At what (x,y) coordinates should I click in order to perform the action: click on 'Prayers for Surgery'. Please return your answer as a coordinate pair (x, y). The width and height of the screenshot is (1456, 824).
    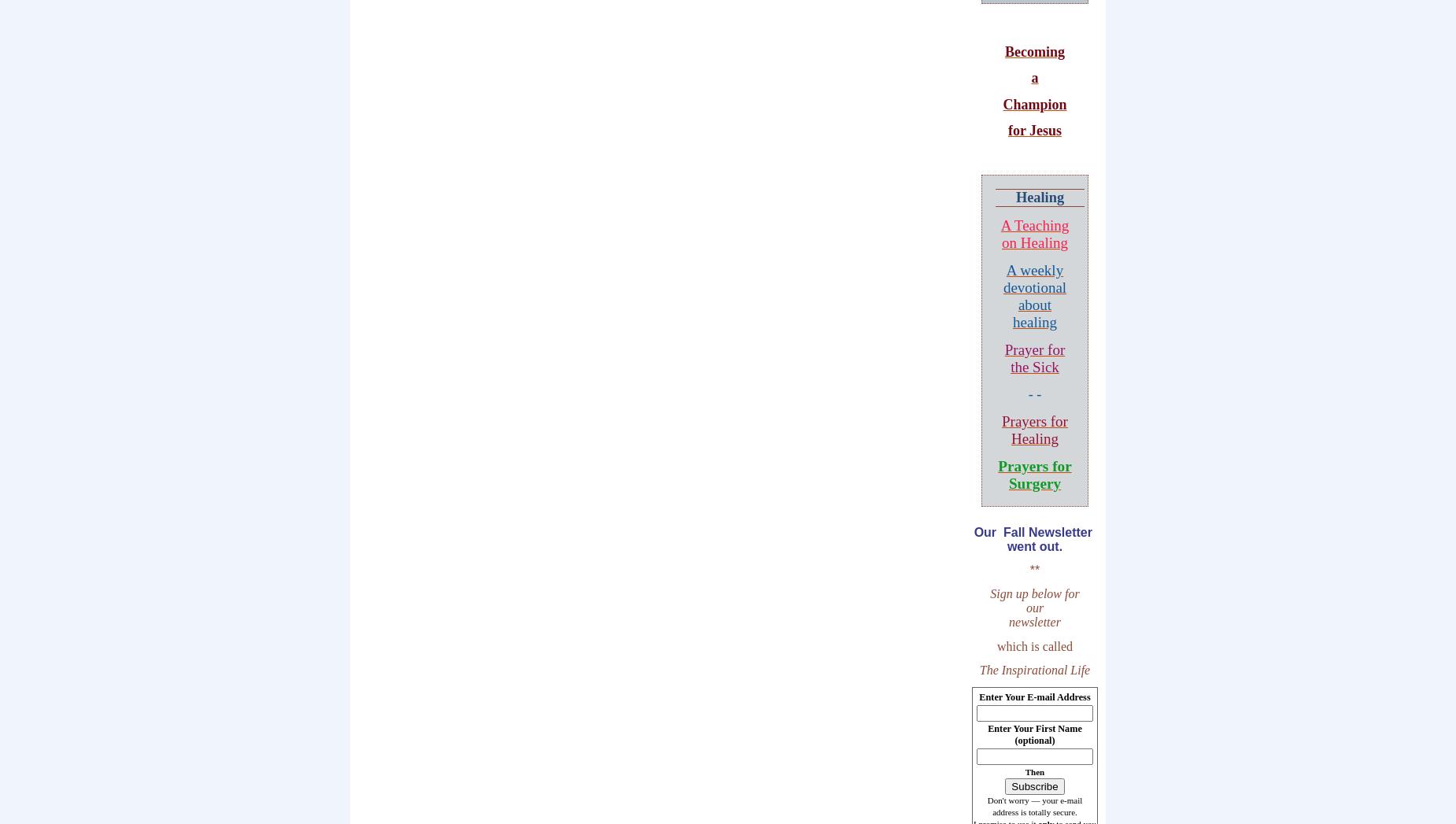
    Looking at the image, I should click on (1033, 474).